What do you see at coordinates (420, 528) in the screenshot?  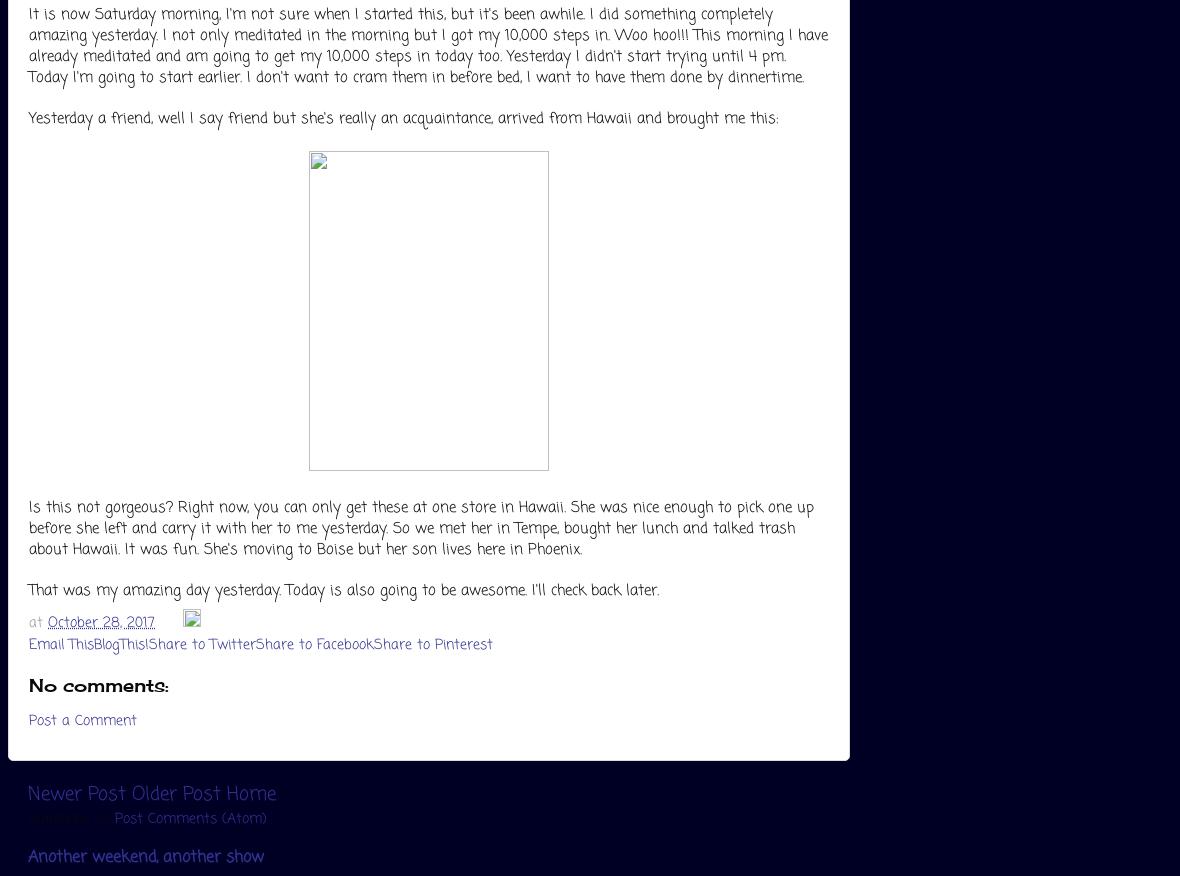 I see `'Is this not gorgeous? Right now, you can only get these at one store in Hawaii. She was nice enough to pick one up before she left and carry it with her to me yesterday. So we met her in Tempe, bought her lunch and talked trash about Hawaii. It was fun. She's moving to Boise but her son lives here in Phoenix.'` at bounding box center [420, 528].